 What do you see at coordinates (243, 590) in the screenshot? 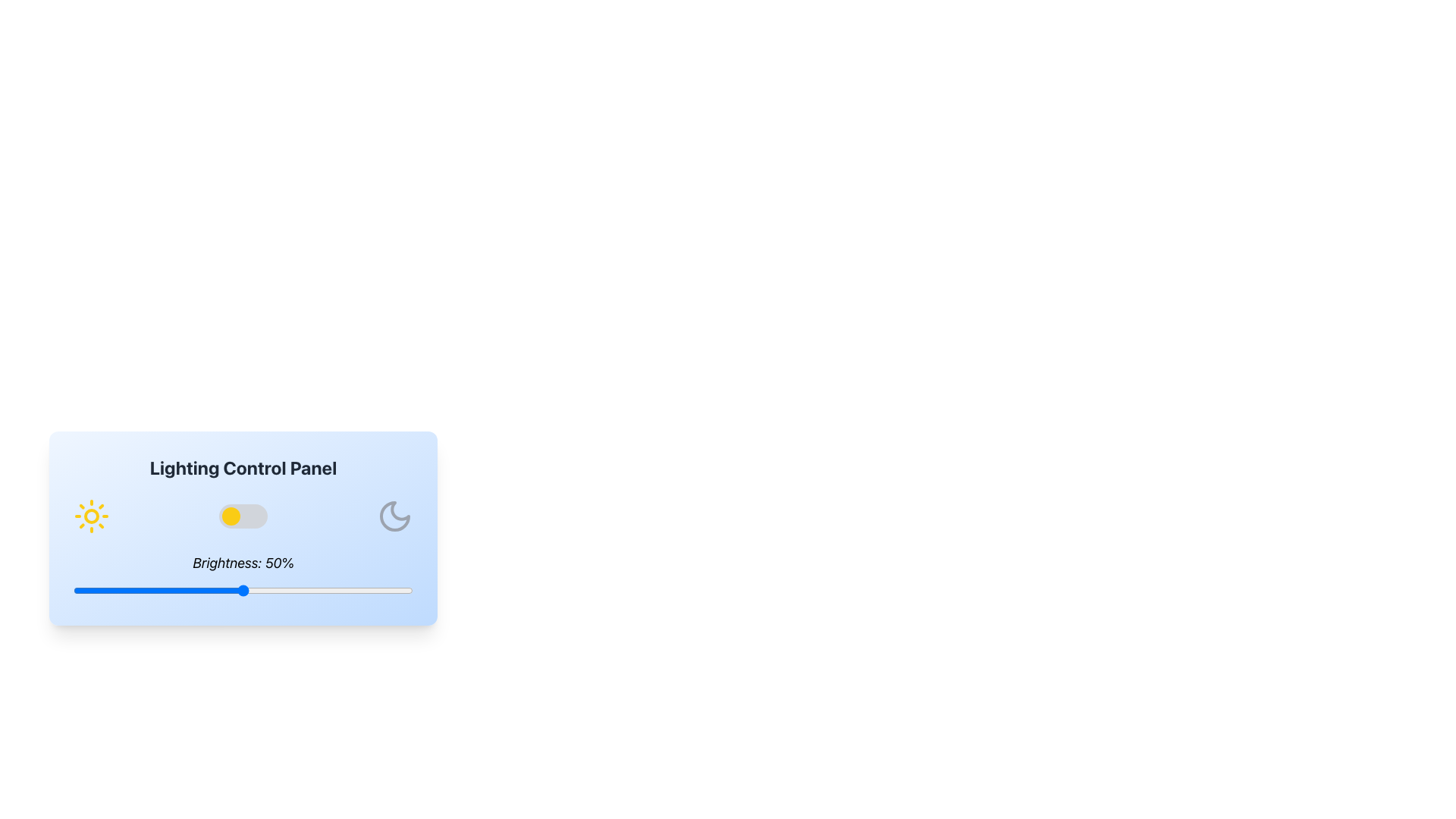
I see `the knob of the brightness slider located below the label 'Brightness: 50%' in the Lighting Control Panel` at bounding box center [243, 590].